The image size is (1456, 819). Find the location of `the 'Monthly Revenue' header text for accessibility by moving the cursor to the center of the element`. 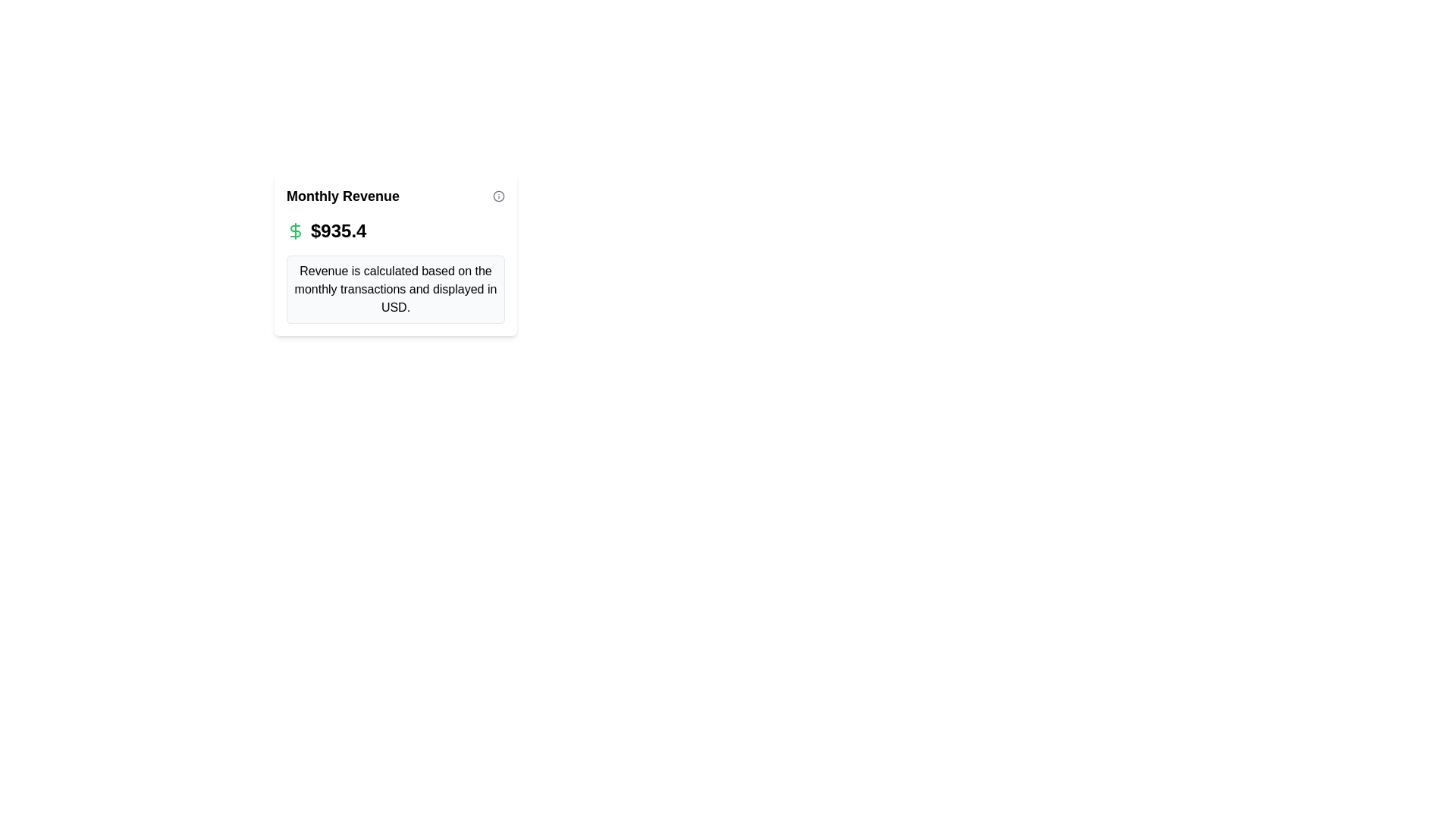

the 'Monthly Revenue' header text for accessibility by moving the cursor to the center of the element is located at coordinates (396, 195).